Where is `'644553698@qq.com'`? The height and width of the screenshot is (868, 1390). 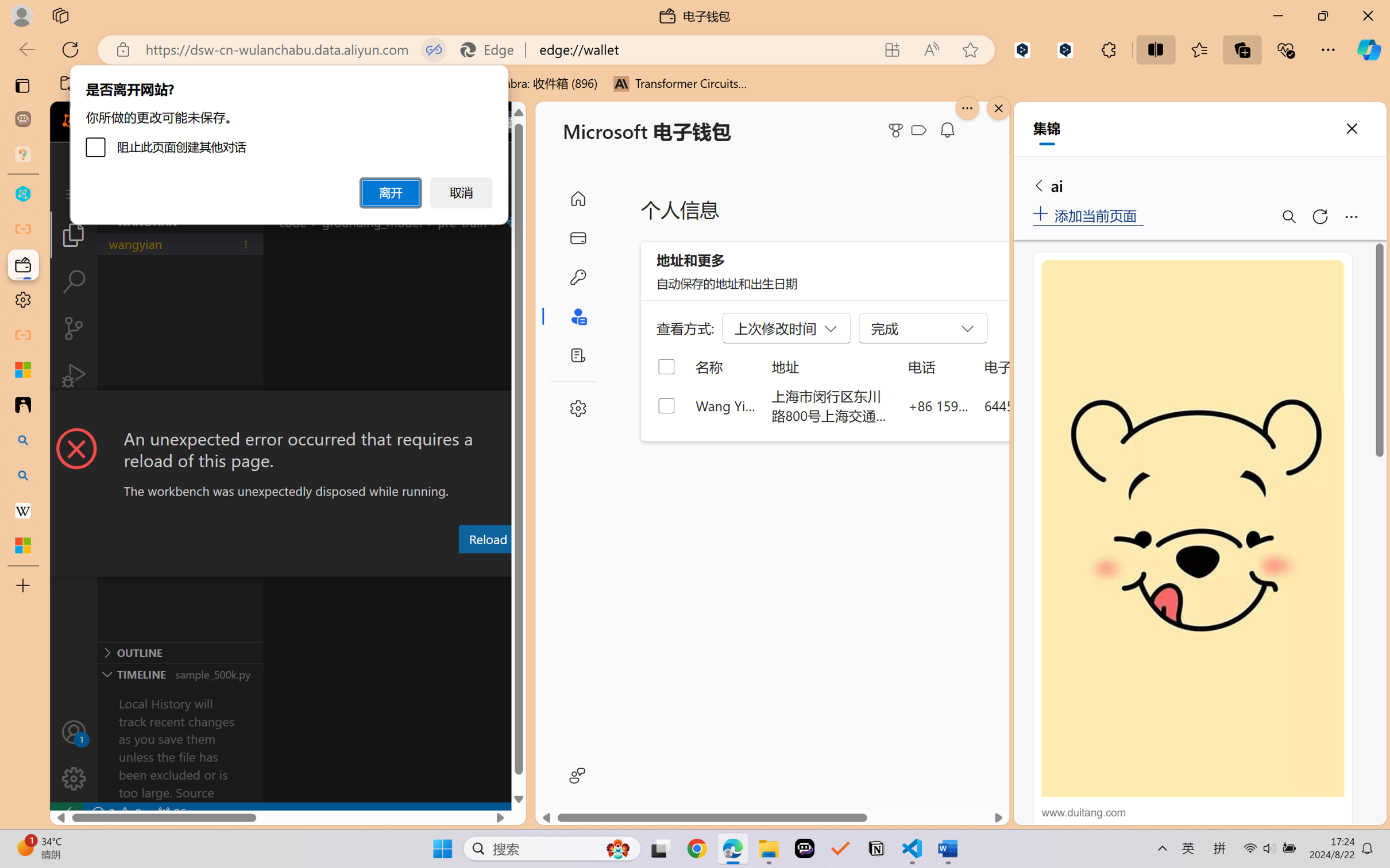
'644553698@qq.com' is located at coordinates (1044, 405).